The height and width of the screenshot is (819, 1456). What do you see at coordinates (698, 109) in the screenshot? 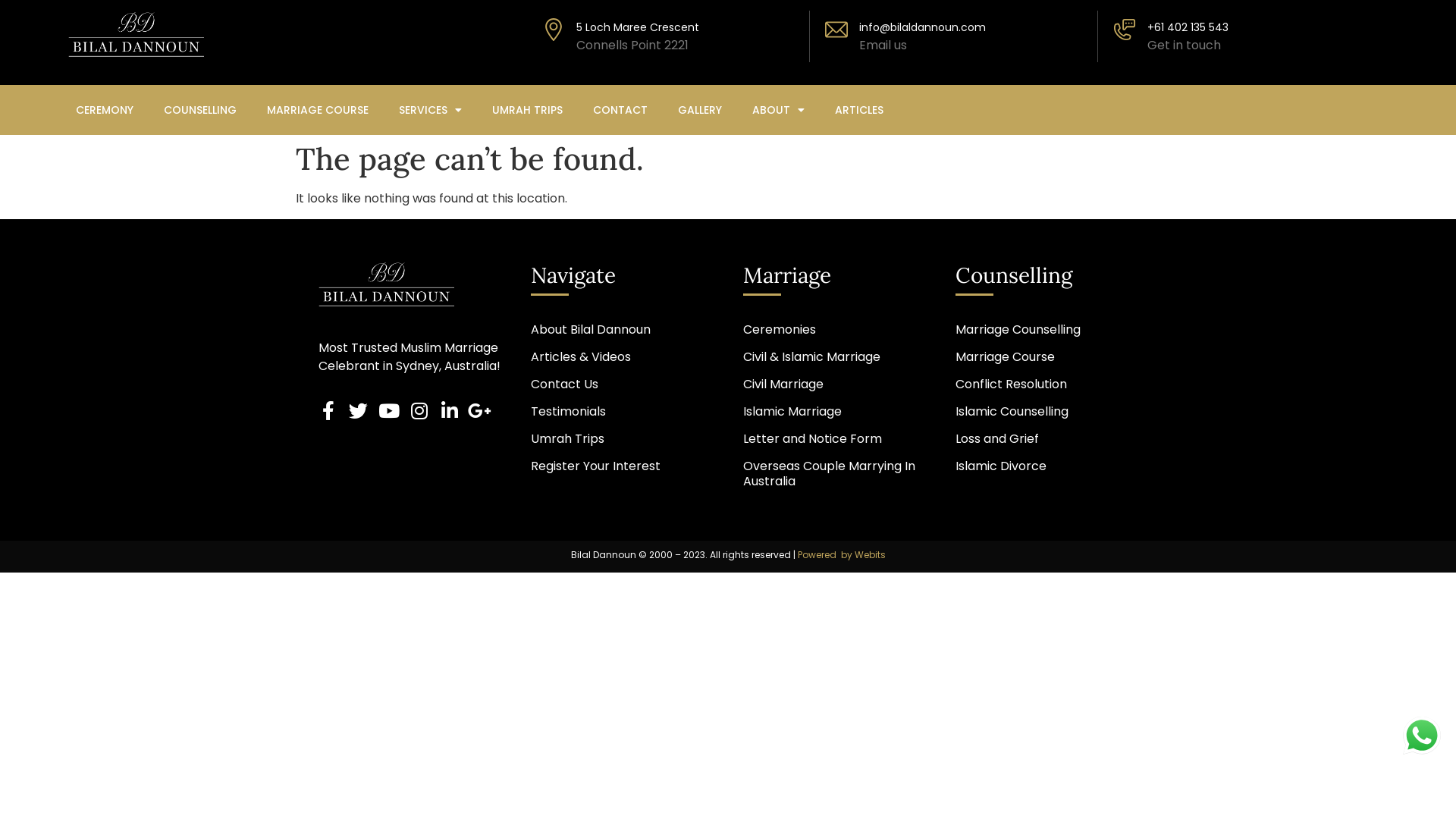
I see `'GALLERY'` at bounding box center [698, 109].